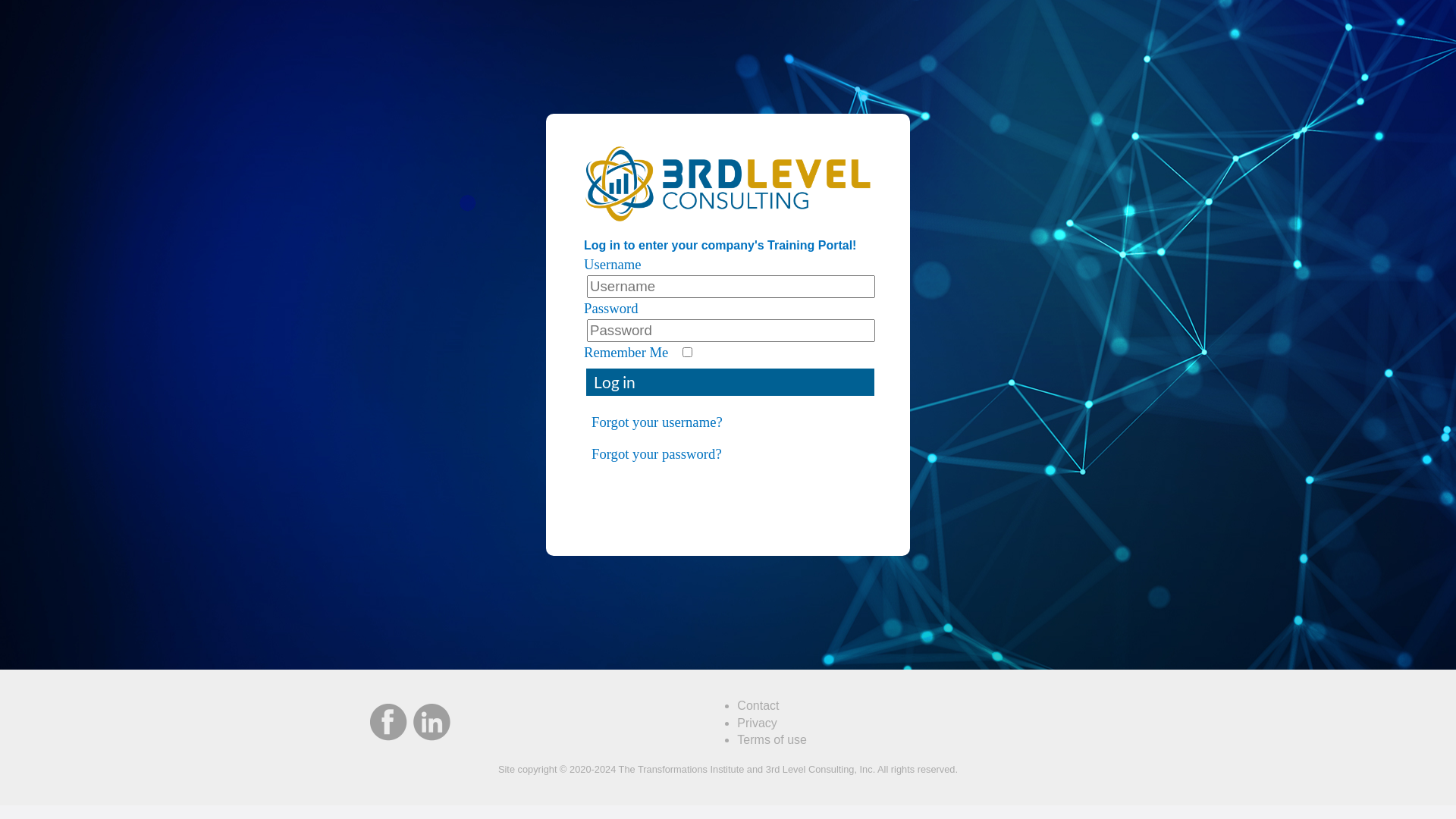 Image resolution: width=1456 pixels, height=819 pixels. I want to click on '3rd Level Consulting', so click(809, 769).